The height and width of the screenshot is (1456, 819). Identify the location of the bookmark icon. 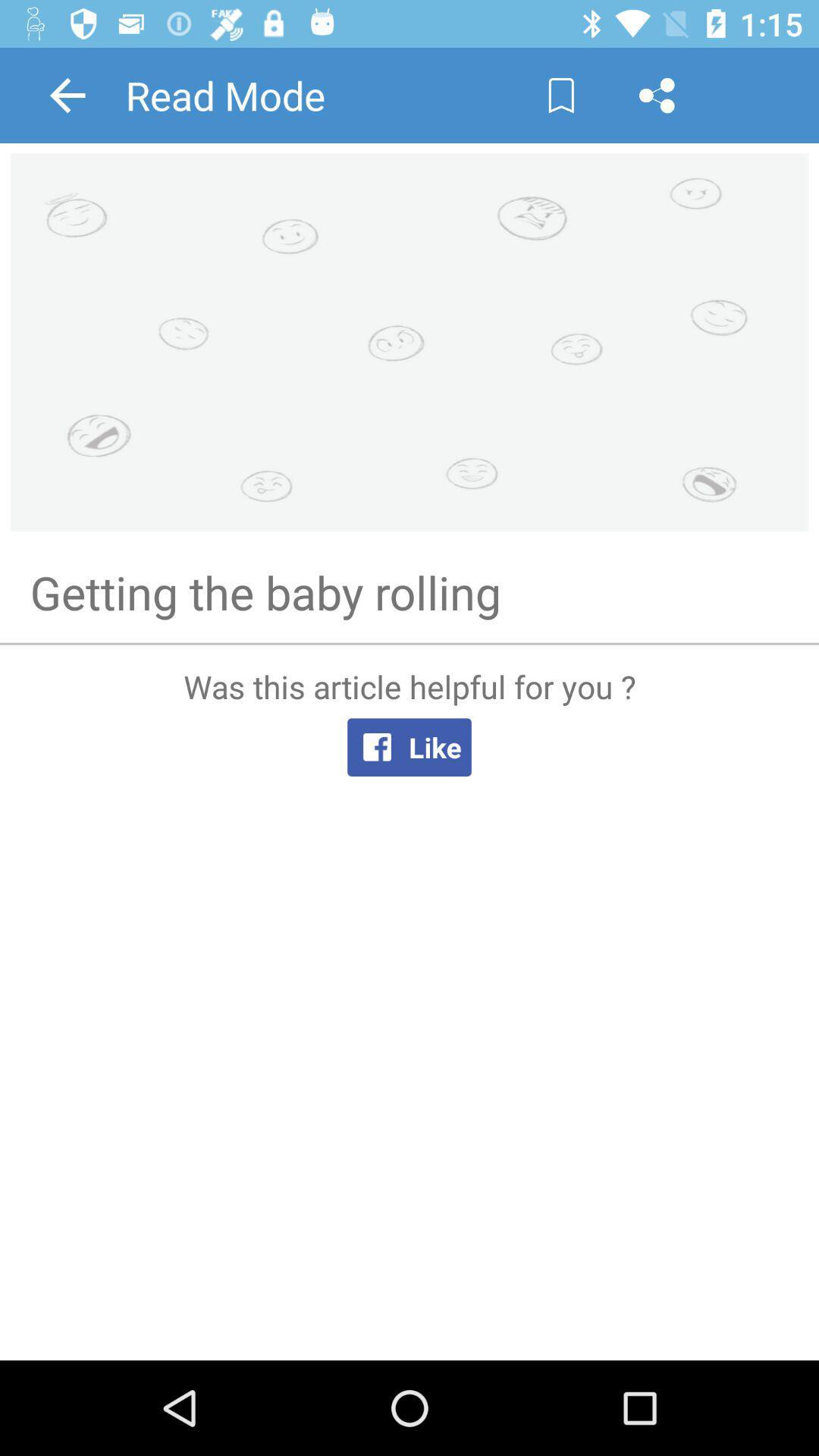
(561, 94).